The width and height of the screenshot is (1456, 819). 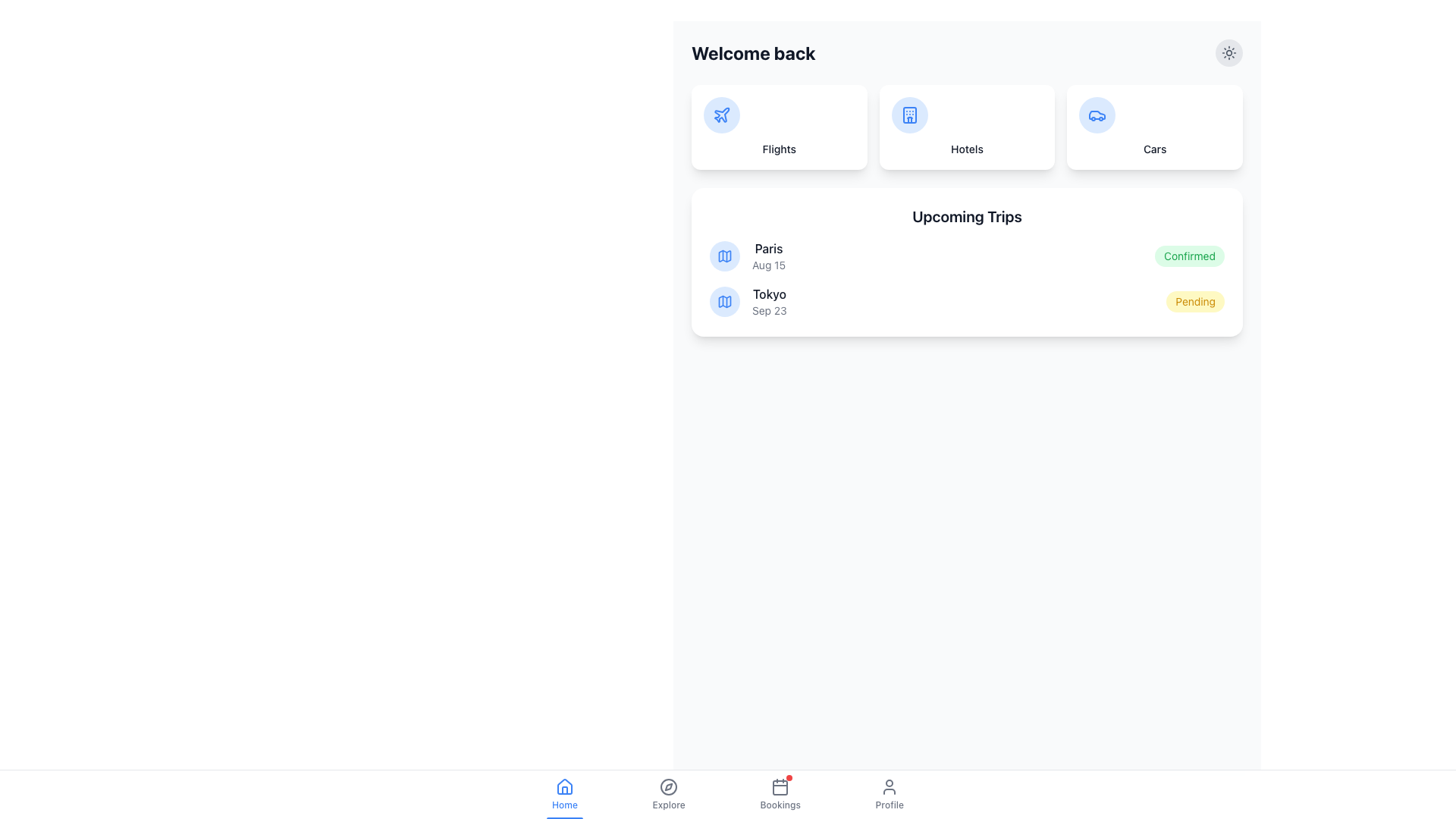 I want to click on the informational text element displaying 'Paris' in bold with the accompanying blue circular map icon, located in the 'Upcoming Trips' section, so click(x=747, y=256).